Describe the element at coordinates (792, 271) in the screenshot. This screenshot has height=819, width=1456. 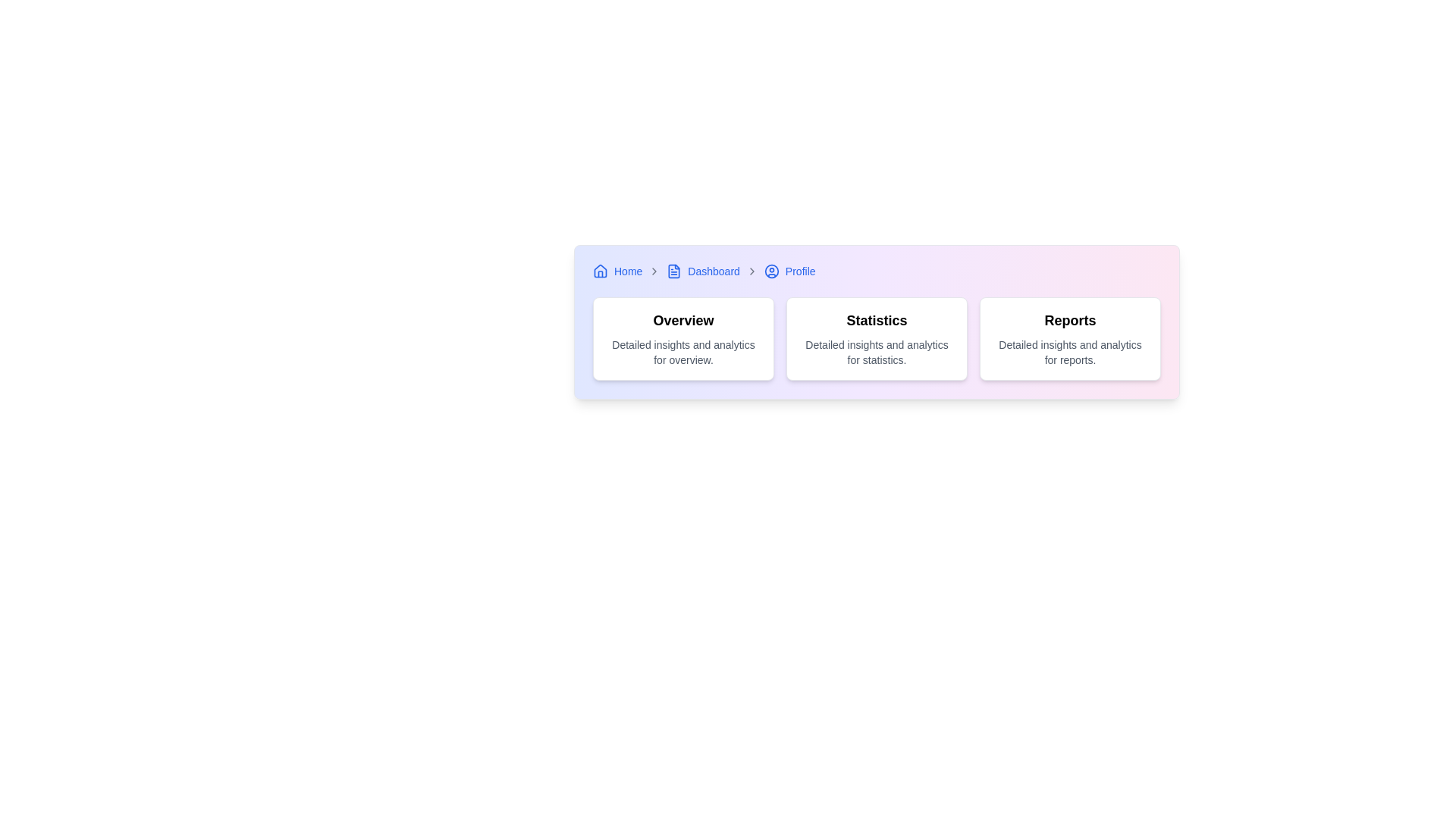
I see `the 'Profile' breadcrumb link, which is the third item in the breadcrumb navigation trail` at that location.